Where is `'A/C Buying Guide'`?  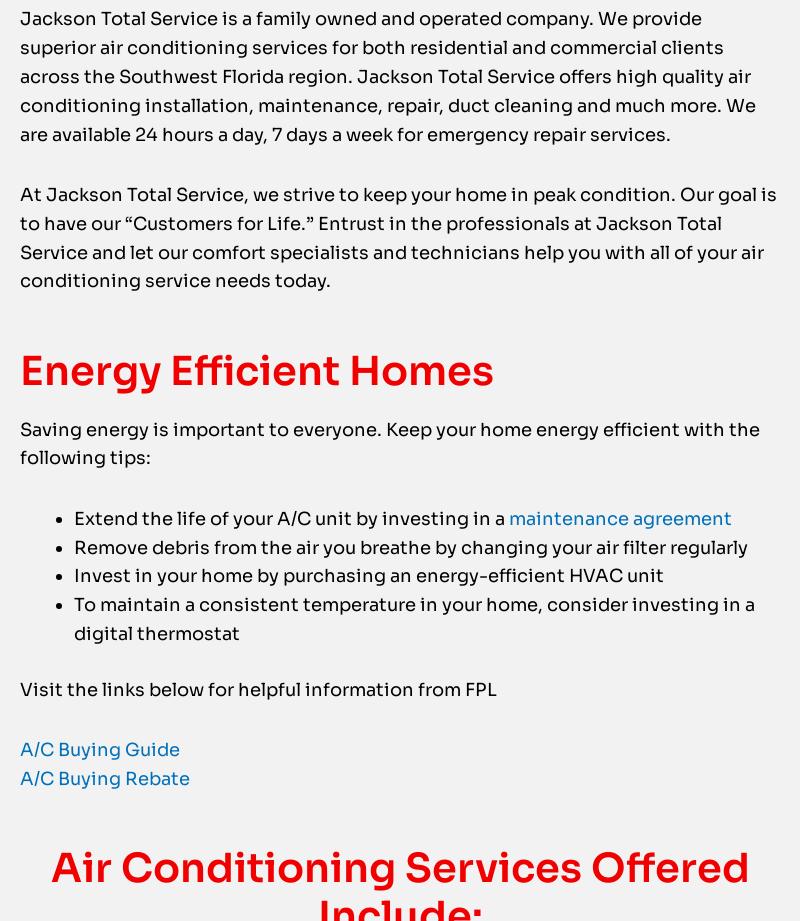 'A/C Buying Guide' is located at coordinates (100, 789).